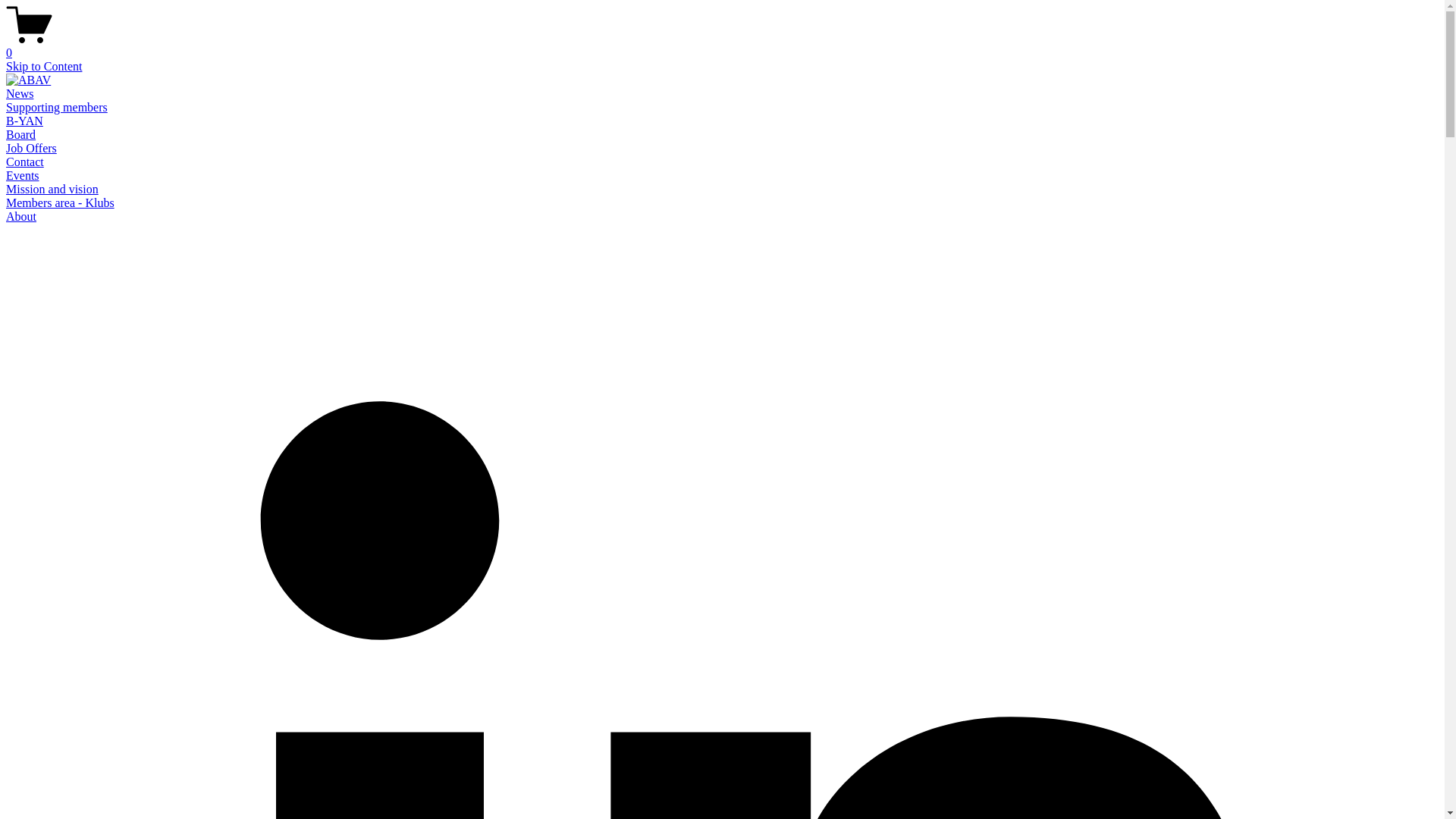 This screenshot has width=1456, height=819. I want to click on 'Contact', so click(6, 162).